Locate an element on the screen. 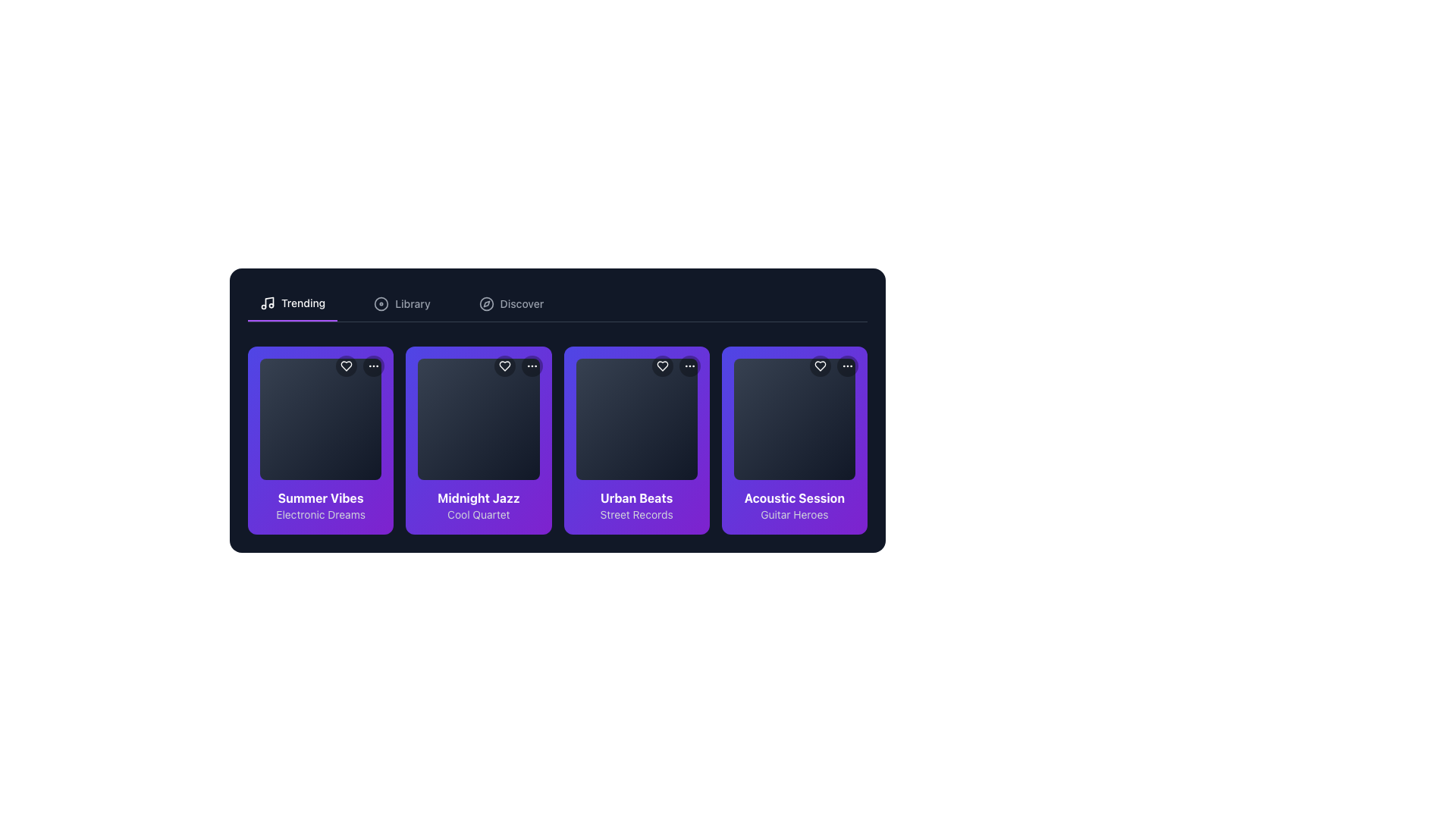  the larger circular outline SVG element located at the top-right of the card-like section within the interactive library items is located at coordinates (381, 304).